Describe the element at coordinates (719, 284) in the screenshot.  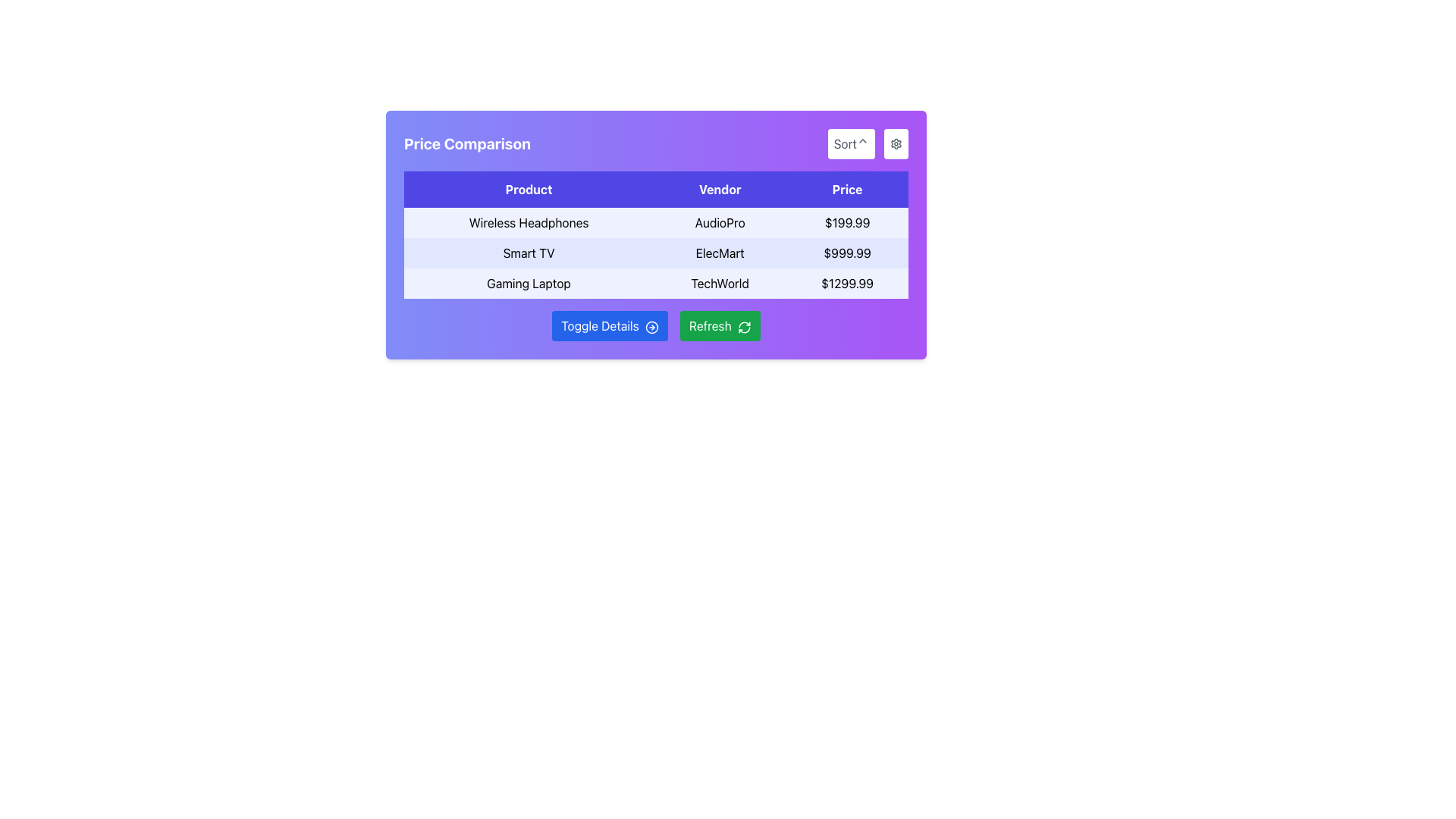
I see `the Text Label in the third row of the 'Price Comparison' table under the 'Vendor' column, which identifies the vendor associated with the product` at that location.